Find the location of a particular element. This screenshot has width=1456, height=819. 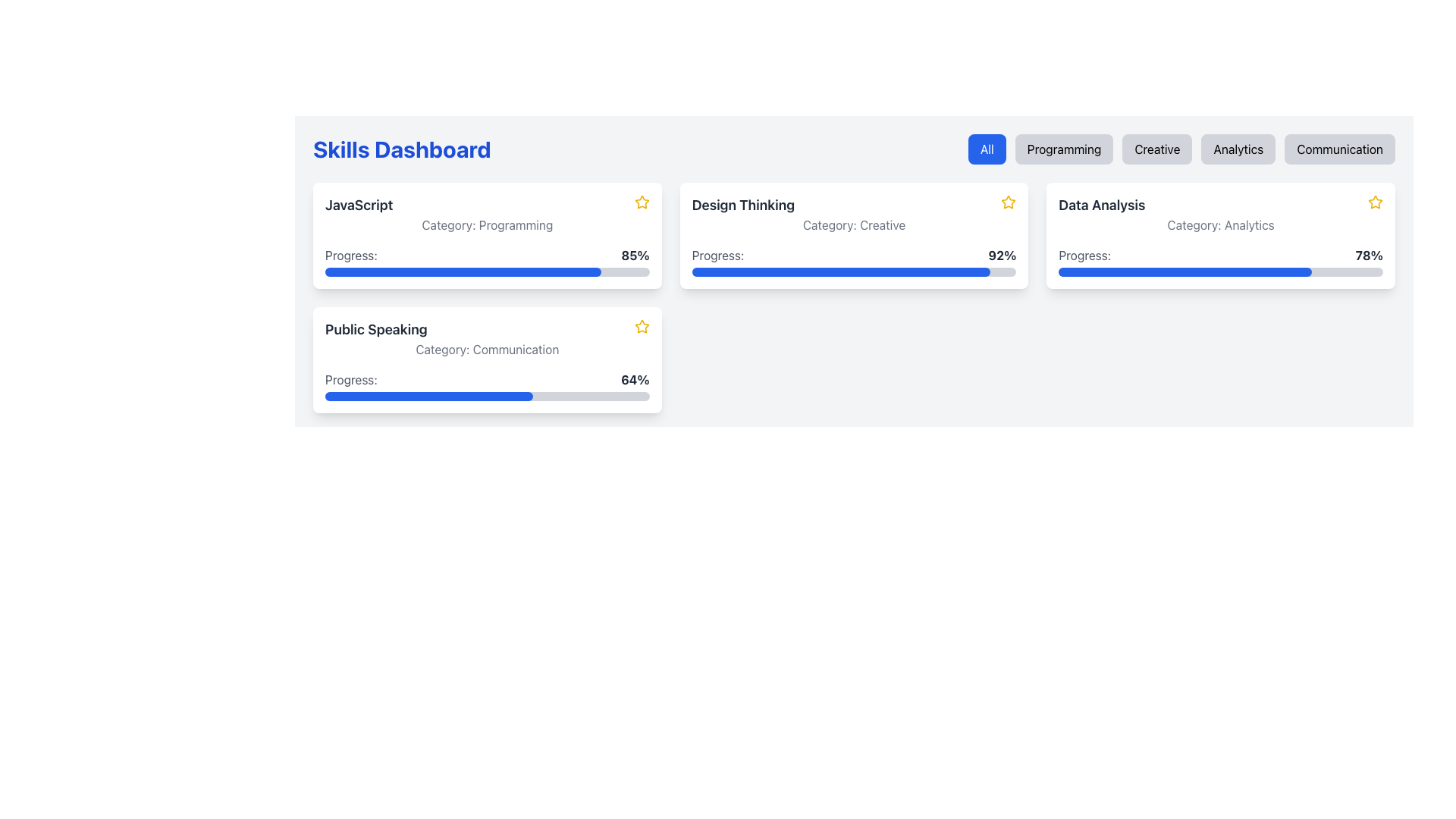

the progress bar indicating 'Progress: 92%' within the 'Design Thinking' card is located at coordinates (840, 271).